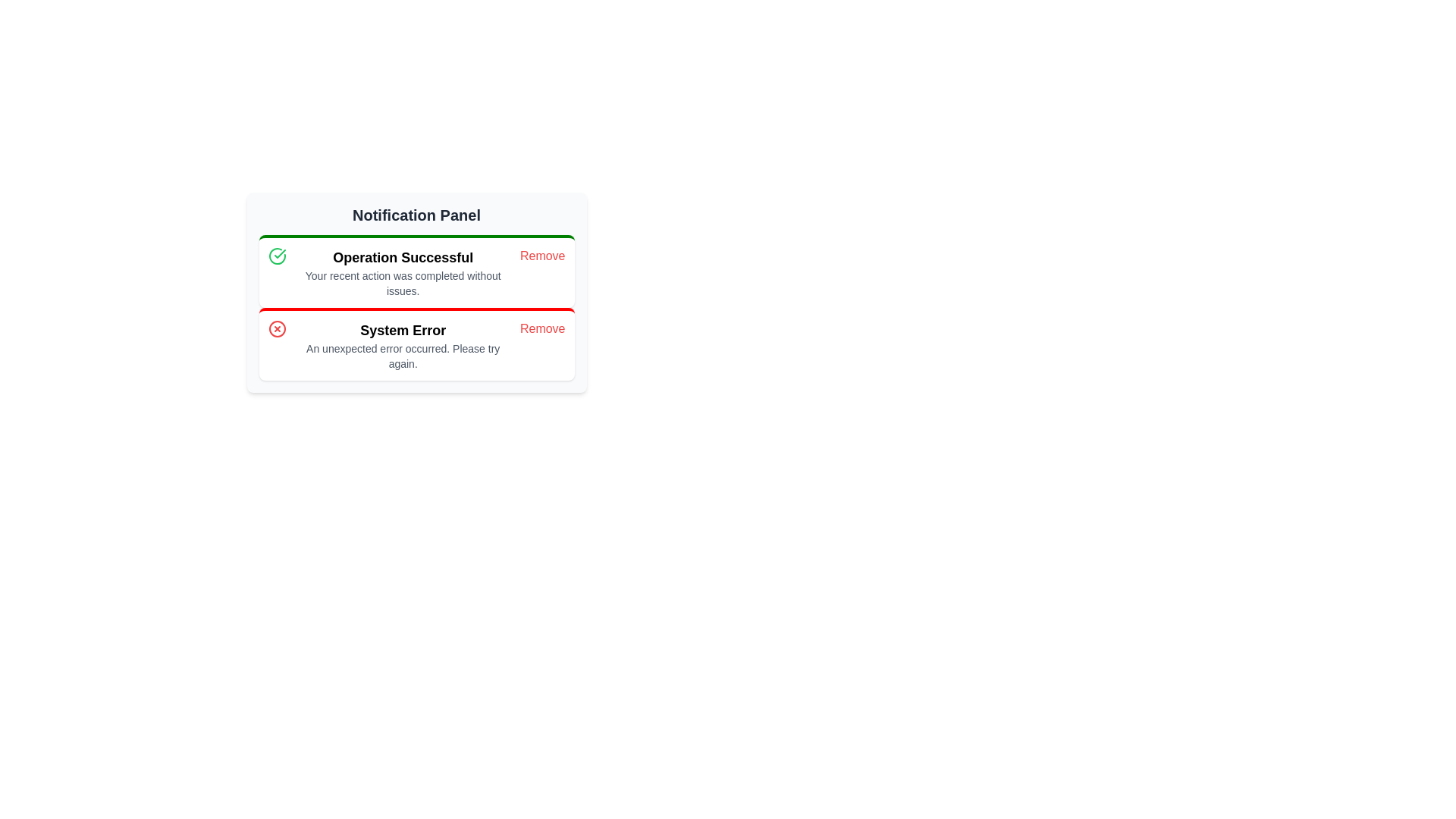 Image resolution: width=1456 pixels, height=819 pixels. Describe the element at coordinates (277, 256) in the screenshot. I see `the confirmation icon located to the left of the 'Operation Successful' notice in the upper half of the notification panel` at that location.